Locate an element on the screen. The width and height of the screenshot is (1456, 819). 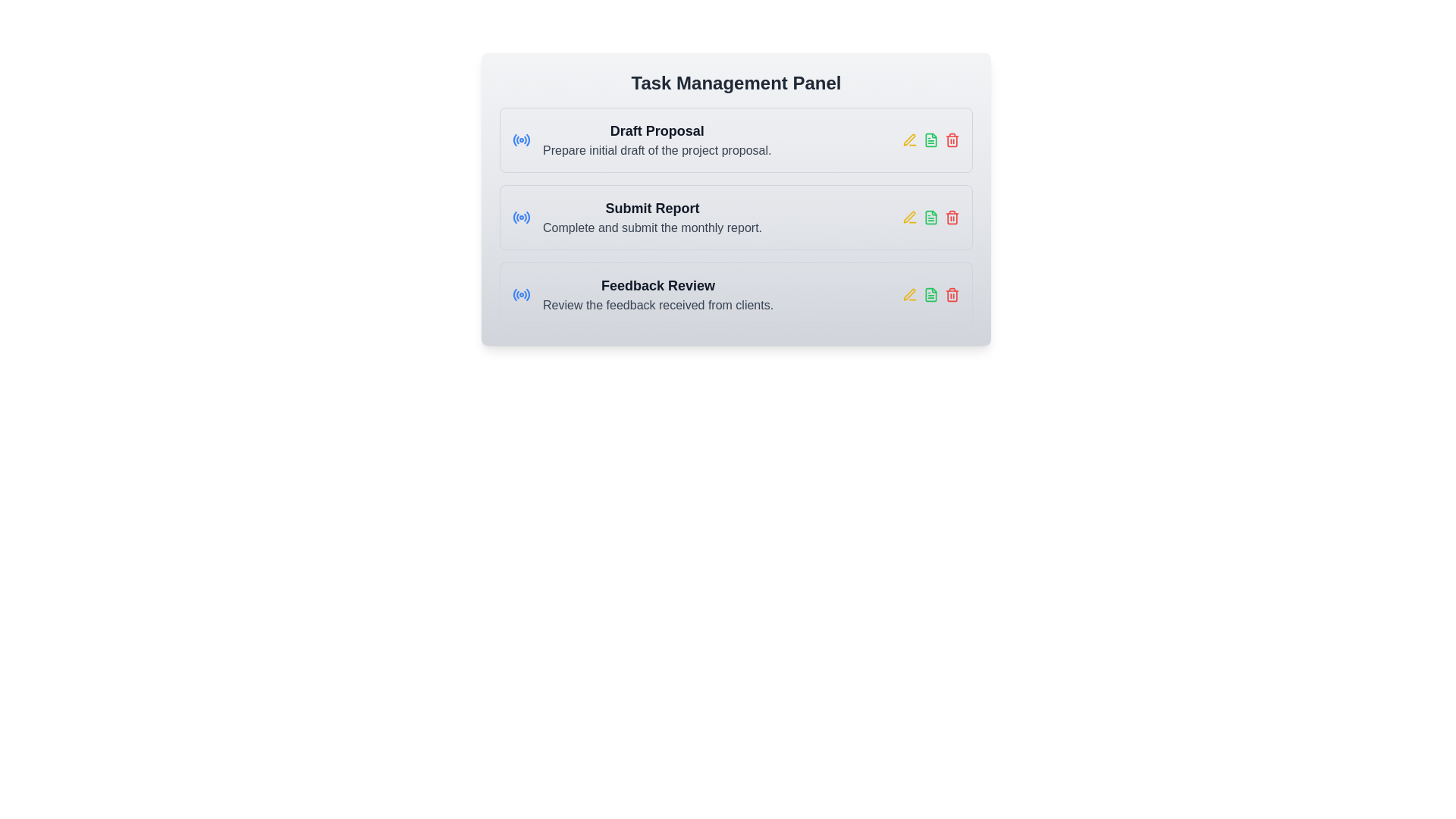
the text label that states 'Prepare initial draft of the project proposal.' located under the heading 'Draft Proposal.' is located at coordinates (657, 151).